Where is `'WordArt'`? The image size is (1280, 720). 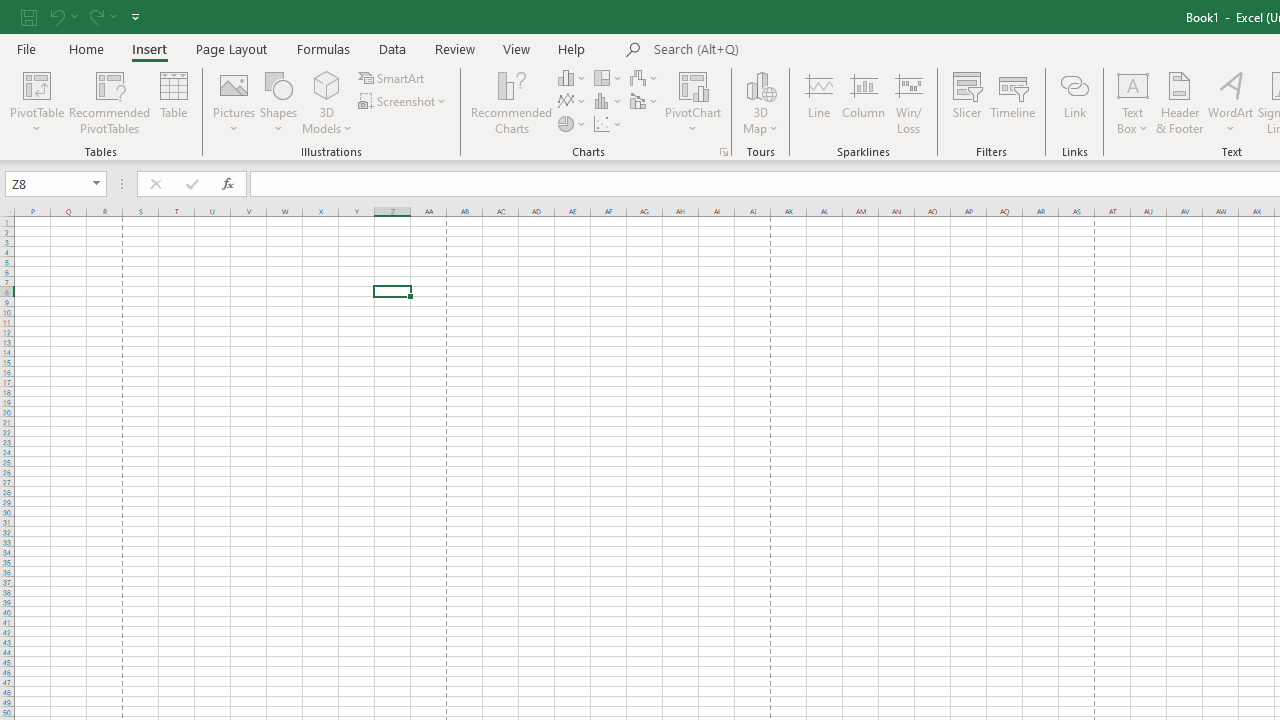 'WordArt' is located at coordinates (1229, 103).